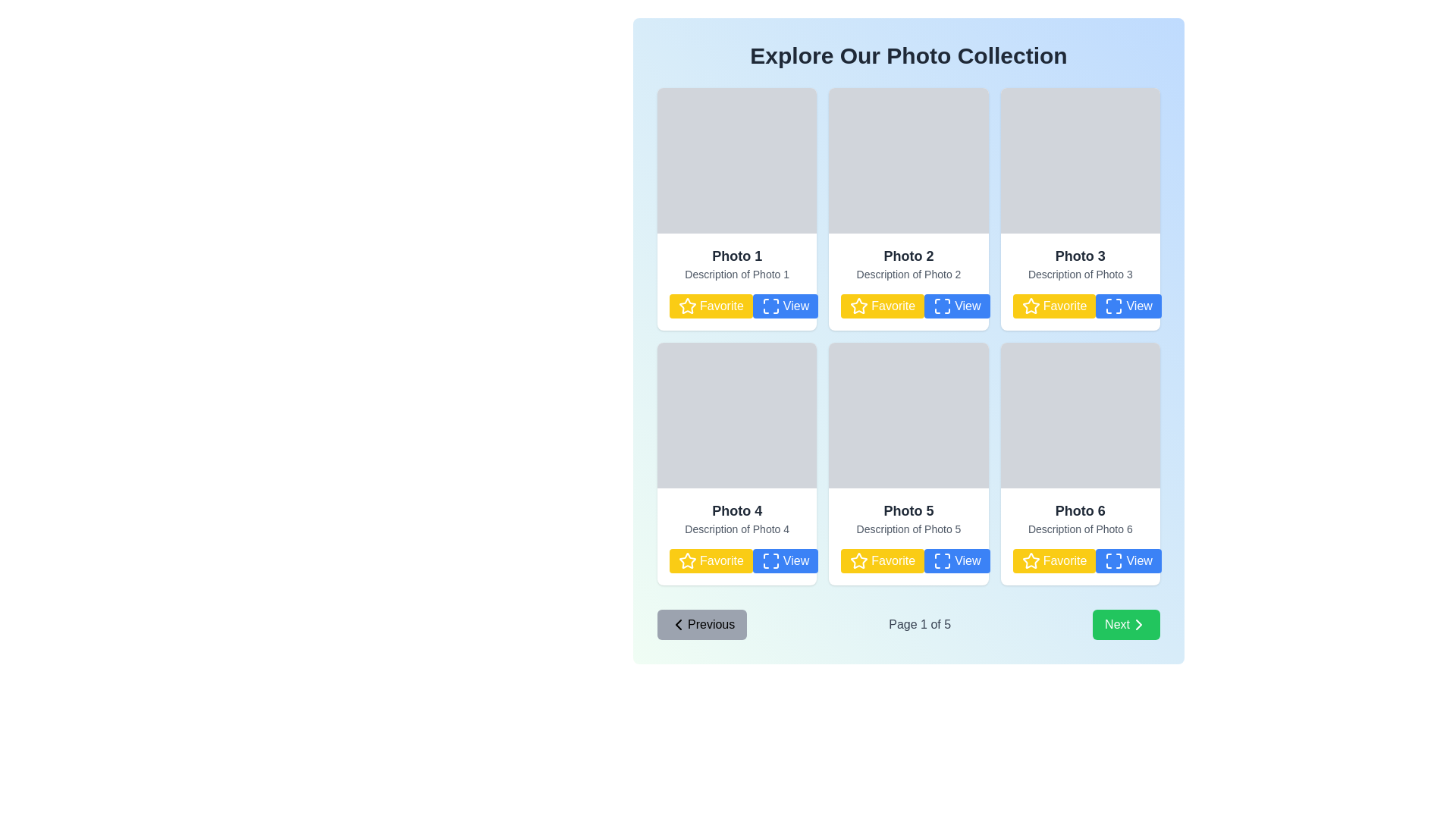 This screenshot has height=819, width=1456. Describe the element at coordinates (908, 161) in the screenshot. I see `the image placeholder located in the upper-middle section of the interface, which has a light gray background and rounded corners, as part of the second card labeled 'Photo 2'` at that location.